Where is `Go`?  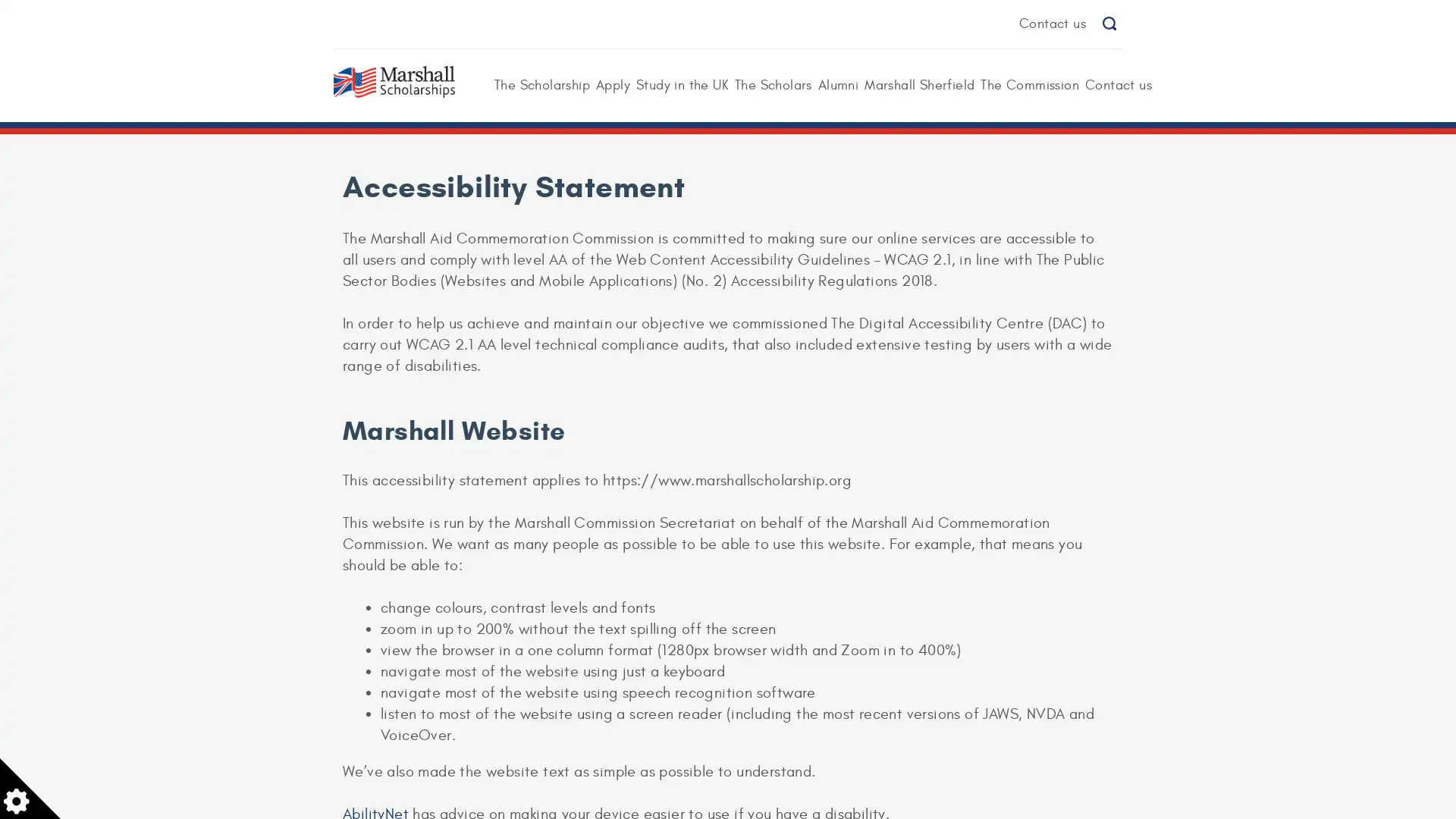
Go is located at coordinates (1109, 24).